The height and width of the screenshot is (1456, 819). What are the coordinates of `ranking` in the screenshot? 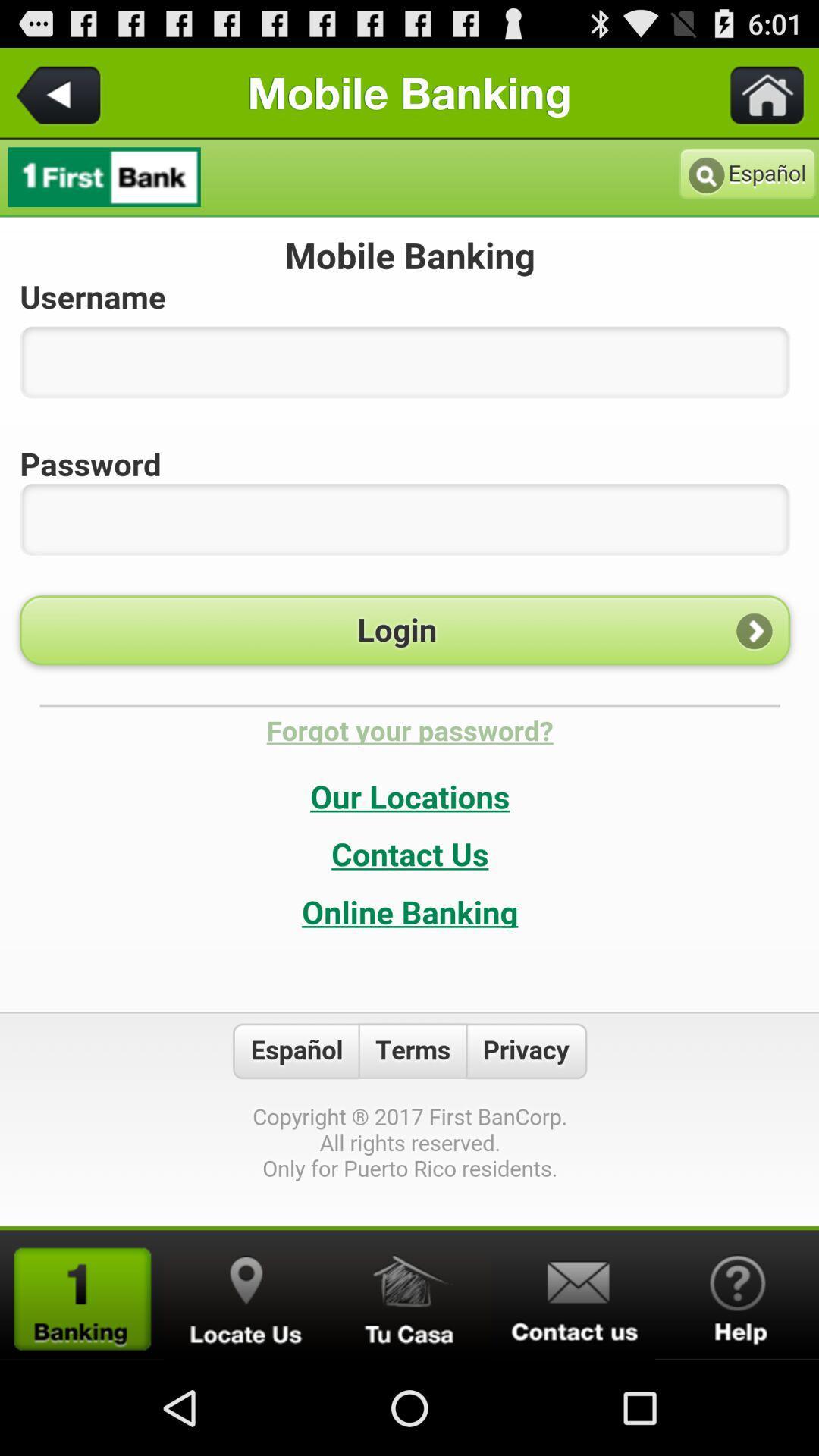 It's located at (82, 1294).